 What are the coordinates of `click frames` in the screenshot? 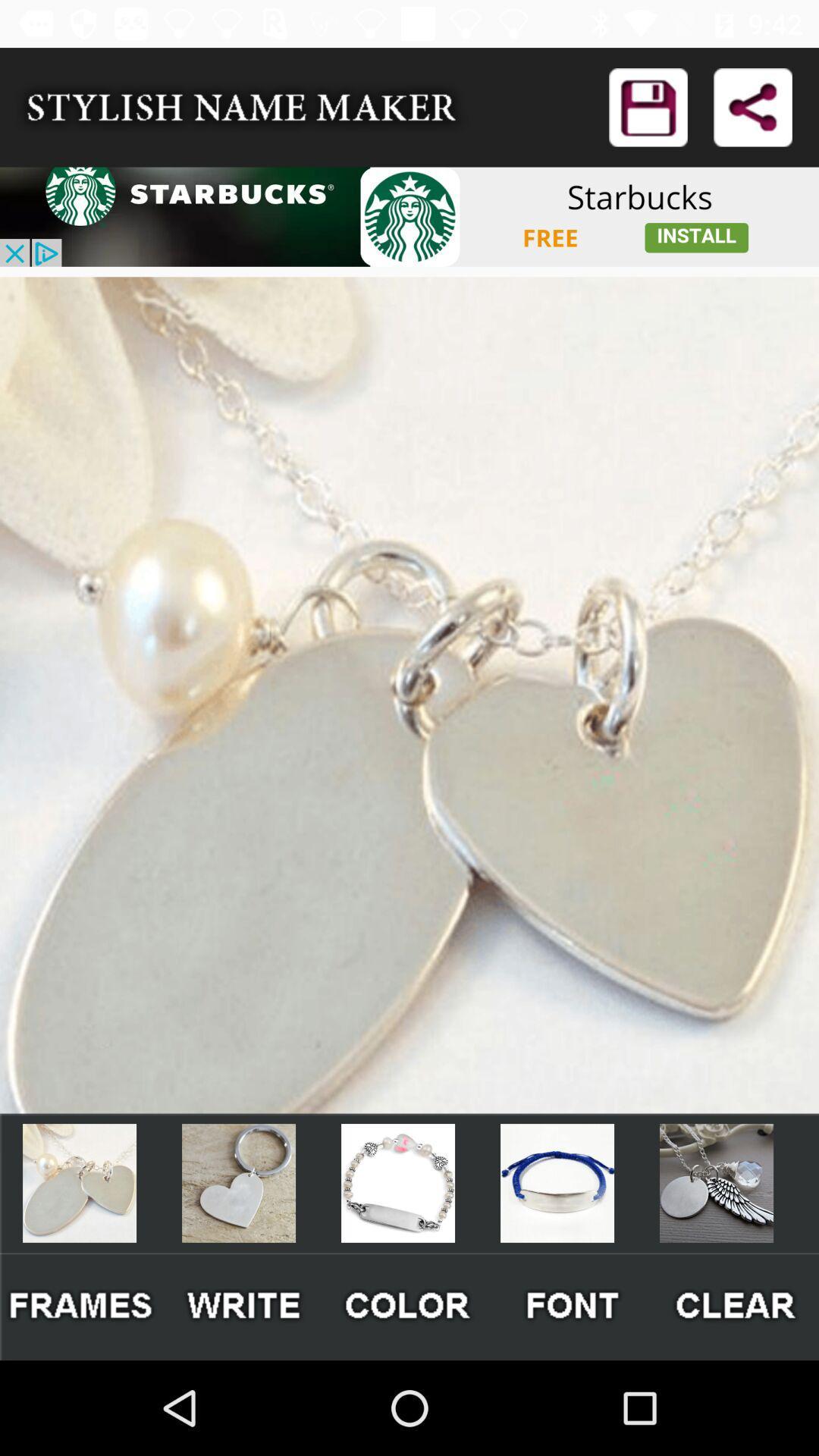 It's located at (81, 1306).